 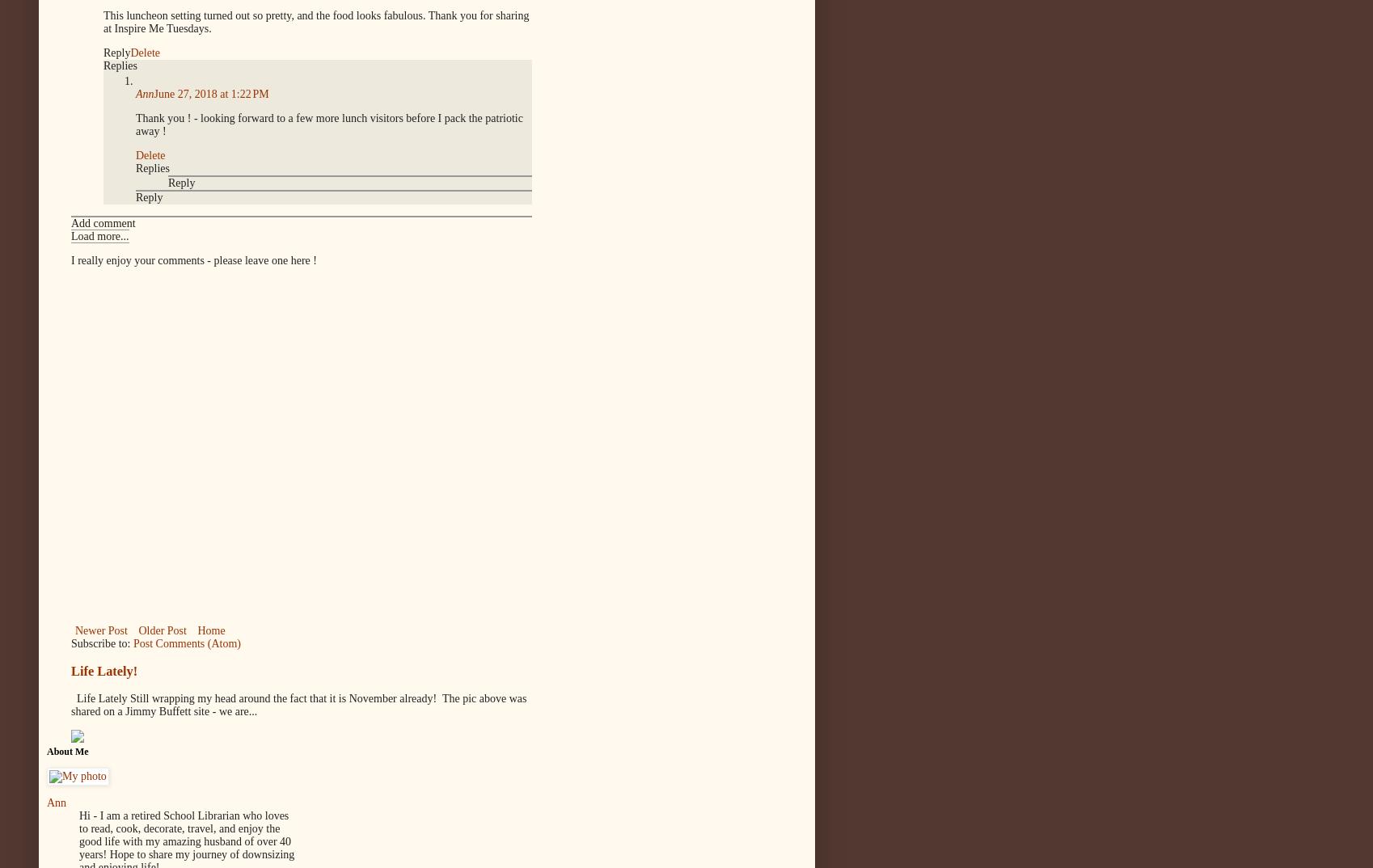 What do you see at coordinates (298, 704) in the screenshot?
I see `'Life Lately Still wrapping my head around the fact that it is November already!  The pic above was shared on a Jimmy Buffett site - we are...'` at bounding box center [298, 704].